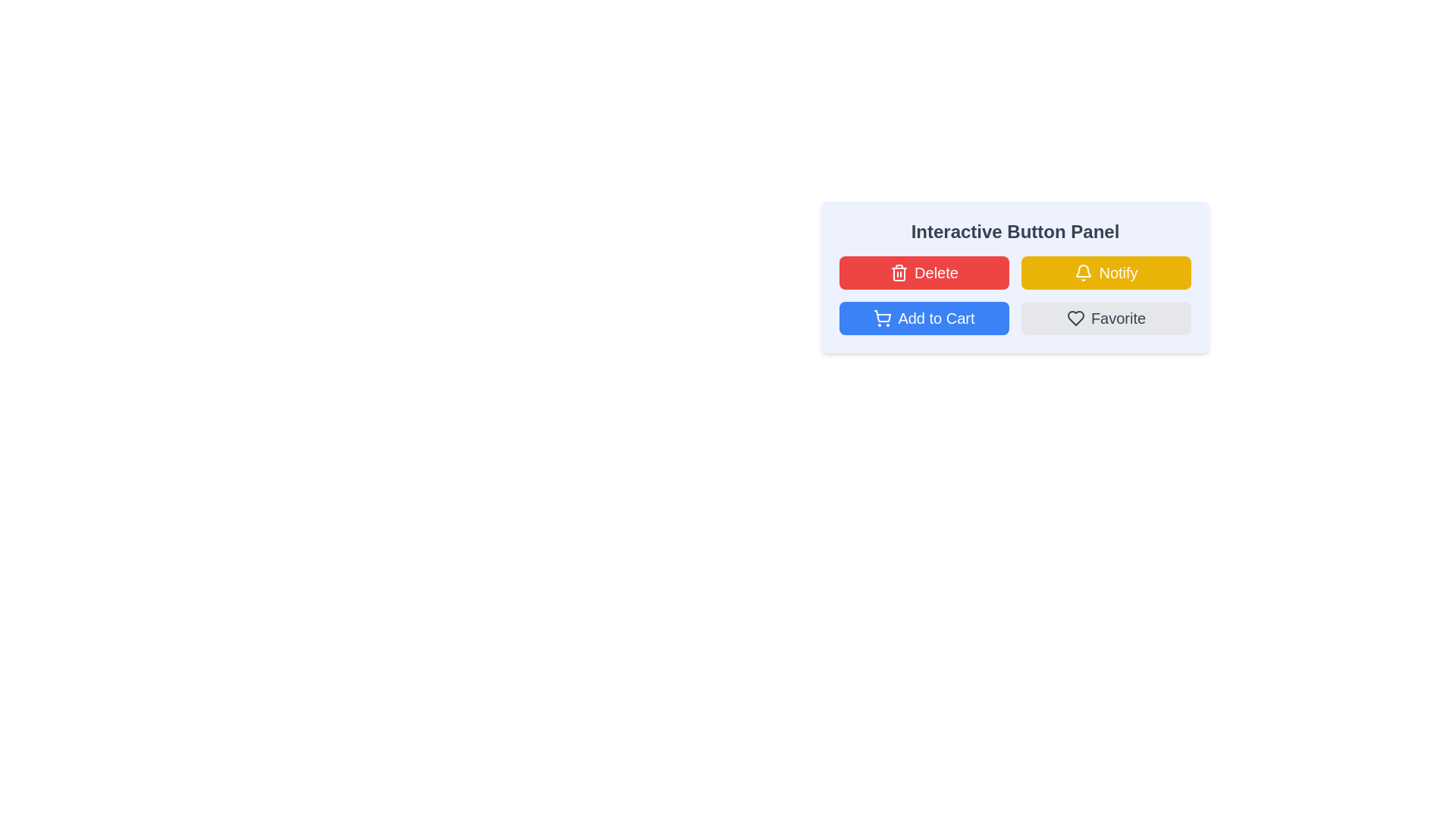  I want to click on the heart-shaped vector graphic representing the 'favorite' functionality in the lower right corner of the 'Interactive Button Panel' to favorite an item, so click(1075, 318).